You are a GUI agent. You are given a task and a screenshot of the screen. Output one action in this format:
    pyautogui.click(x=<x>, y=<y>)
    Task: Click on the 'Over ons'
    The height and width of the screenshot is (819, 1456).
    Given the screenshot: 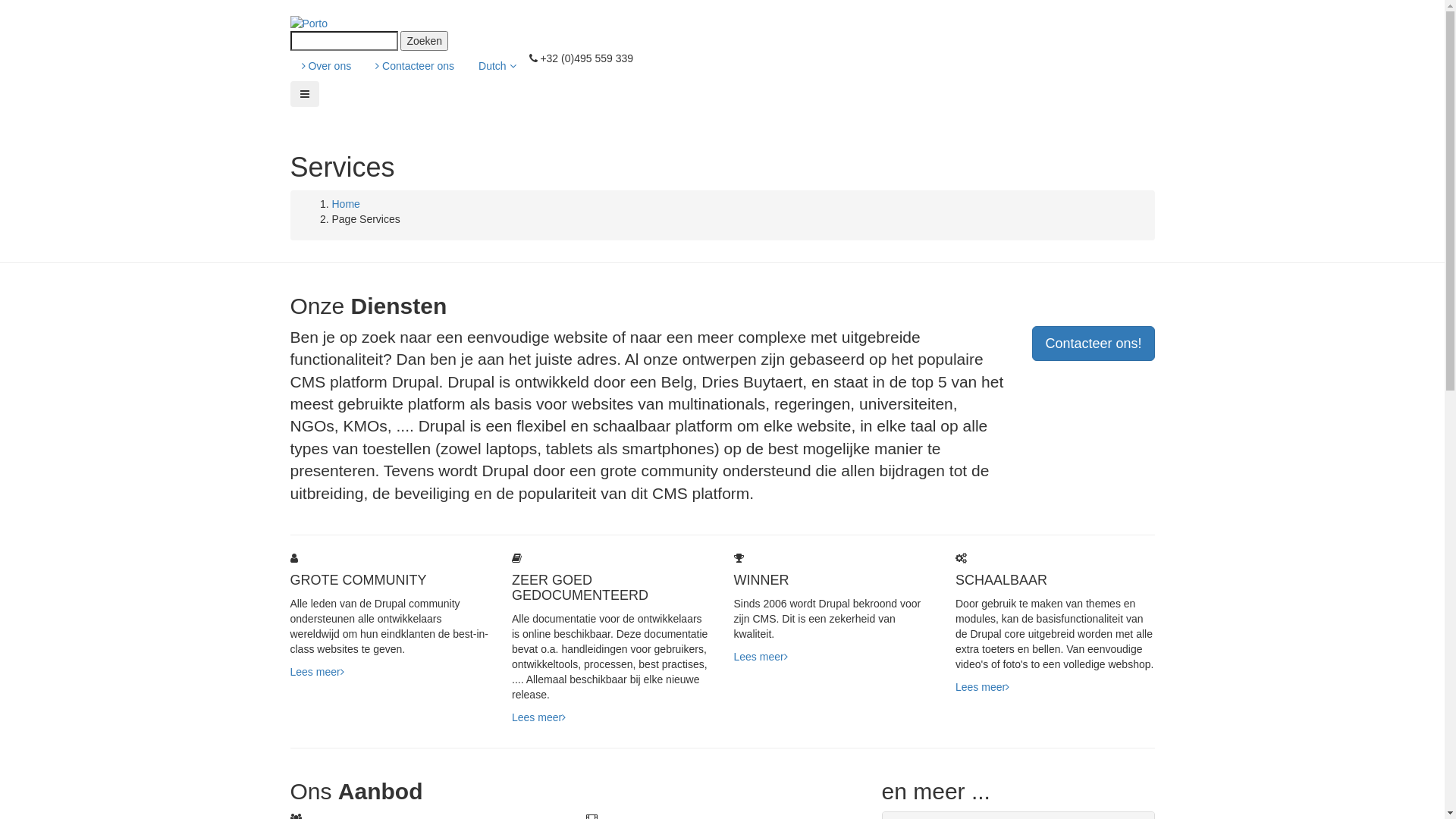 What is the action you would take?
    pyautogui.click(x=325, y=65)
    